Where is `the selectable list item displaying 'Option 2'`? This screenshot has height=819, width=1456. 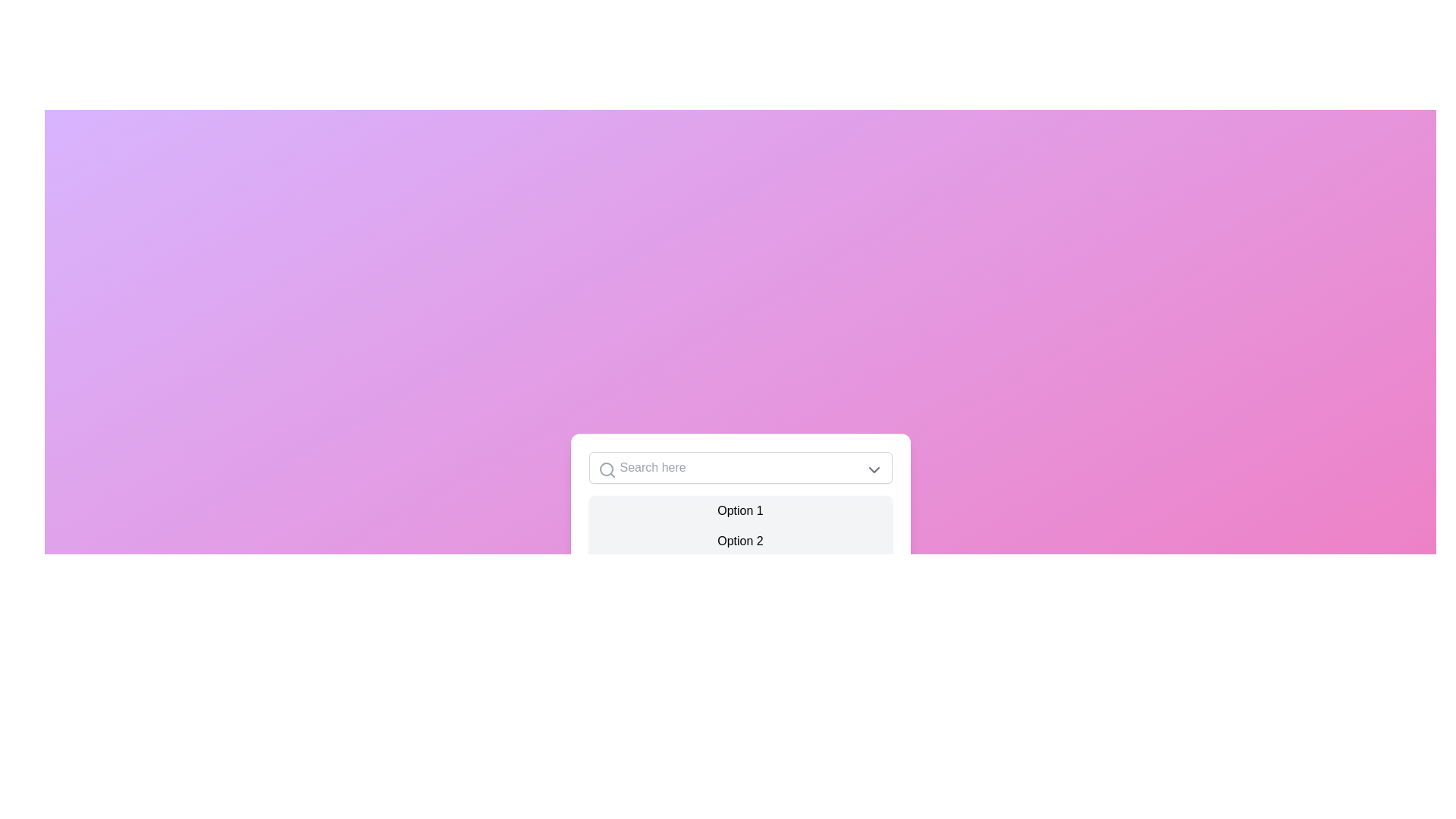 the selectable list item displaying 'Option 2' is located at coordinates (740, 540).